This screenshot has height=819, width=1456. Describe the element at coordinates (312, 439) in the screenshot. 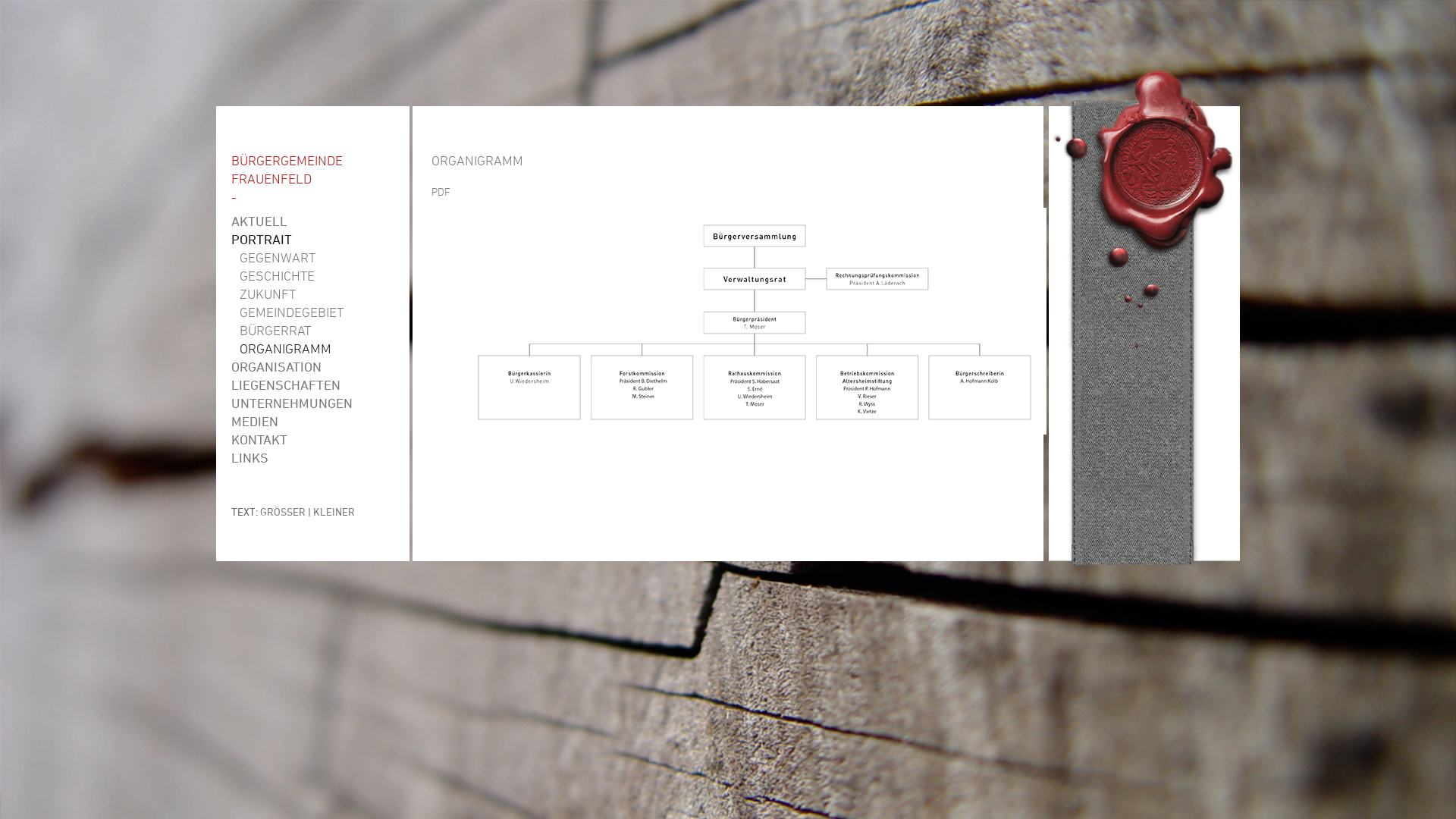

I see `'KONTAKT'` at that location.